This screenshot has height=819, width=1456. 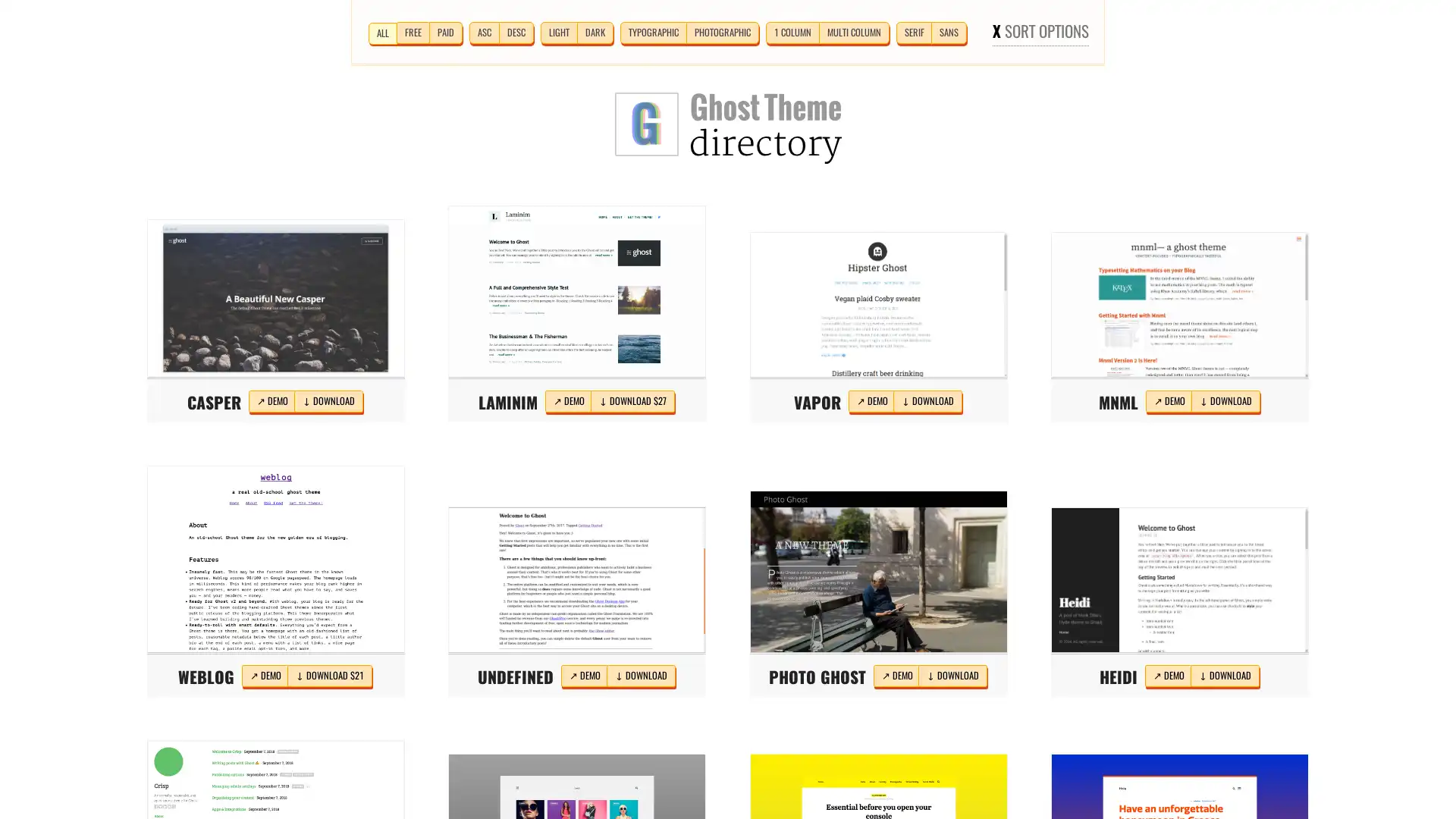 What do you see at coordinates (652, 32) in the screenshot?
I see `TYPOGRAPHIC` at bounding box center [652, 32].